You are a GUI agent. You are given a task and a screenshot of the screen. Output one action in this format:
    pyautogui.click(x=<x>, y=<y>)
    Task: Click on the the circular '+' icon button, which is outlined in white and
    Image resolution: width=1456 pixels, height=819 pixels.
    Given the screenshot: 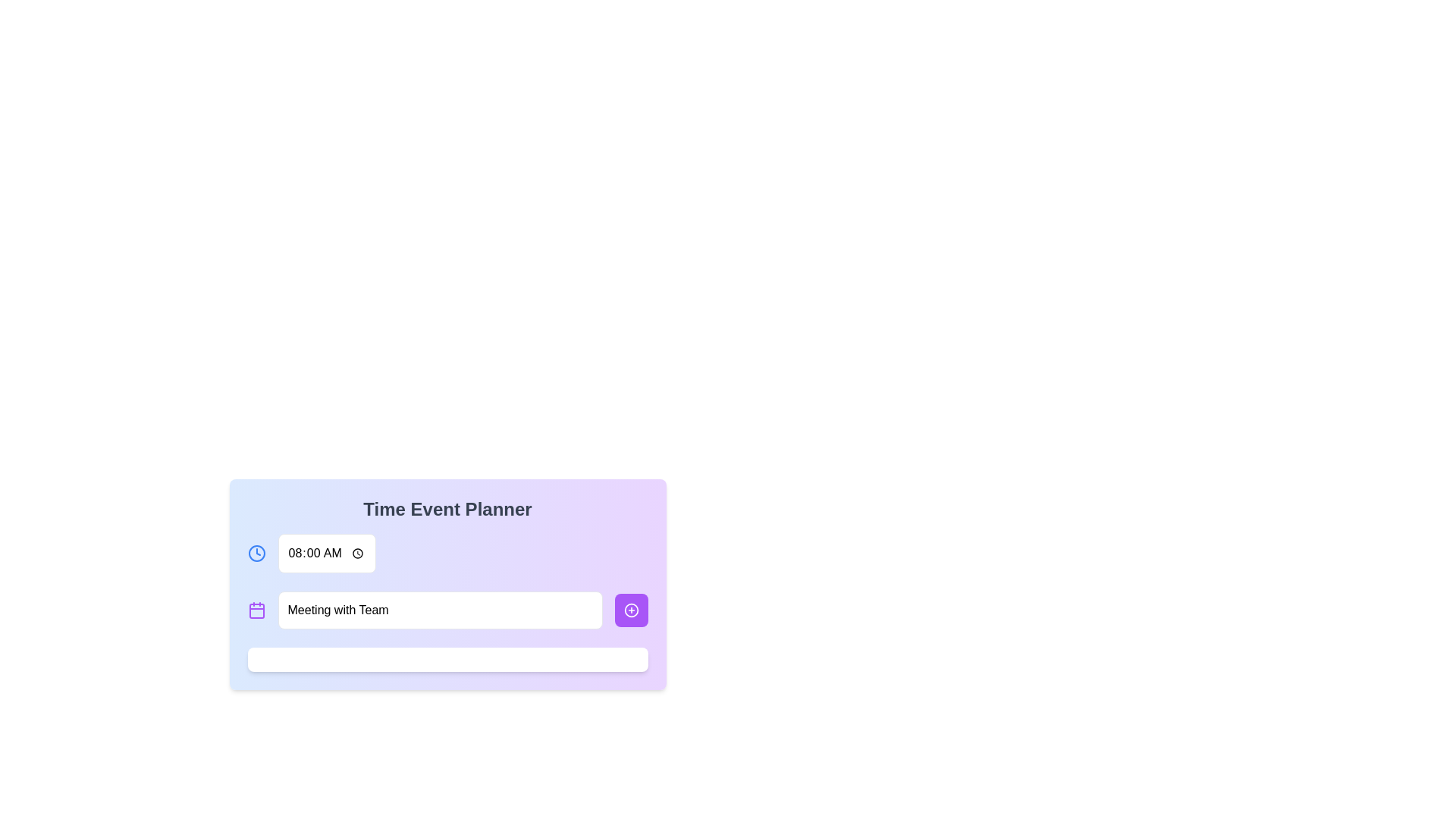 What is the action you would take?
    pyautogui.click(x=631, y=610)
    